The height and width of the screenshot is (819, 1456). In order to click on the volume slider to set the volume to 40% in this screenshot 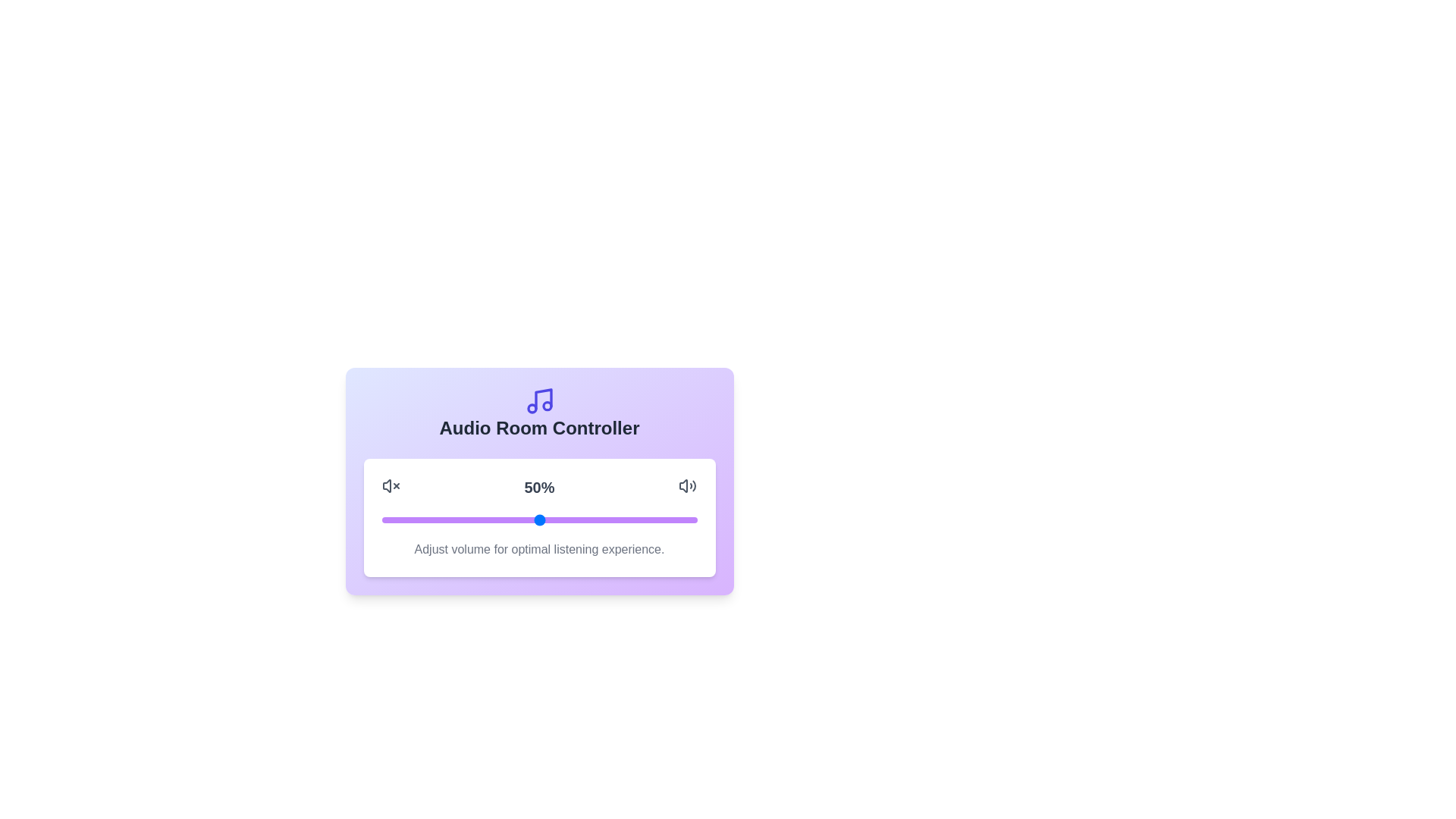, I will do `click(507, 519)`.